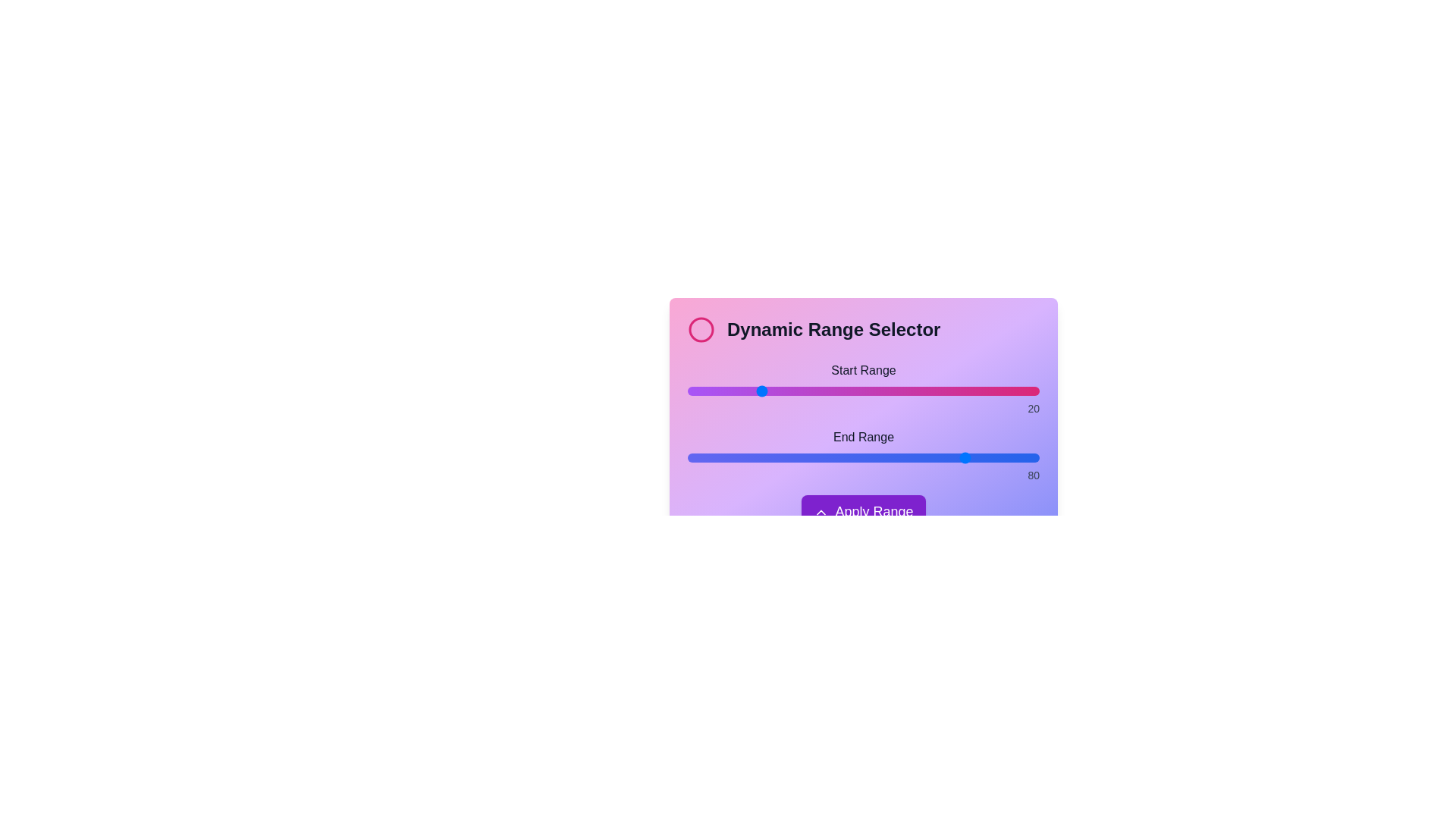  I want to click on the start range slider to 28 by dragging the slider to the desired position, so click(786, 391).